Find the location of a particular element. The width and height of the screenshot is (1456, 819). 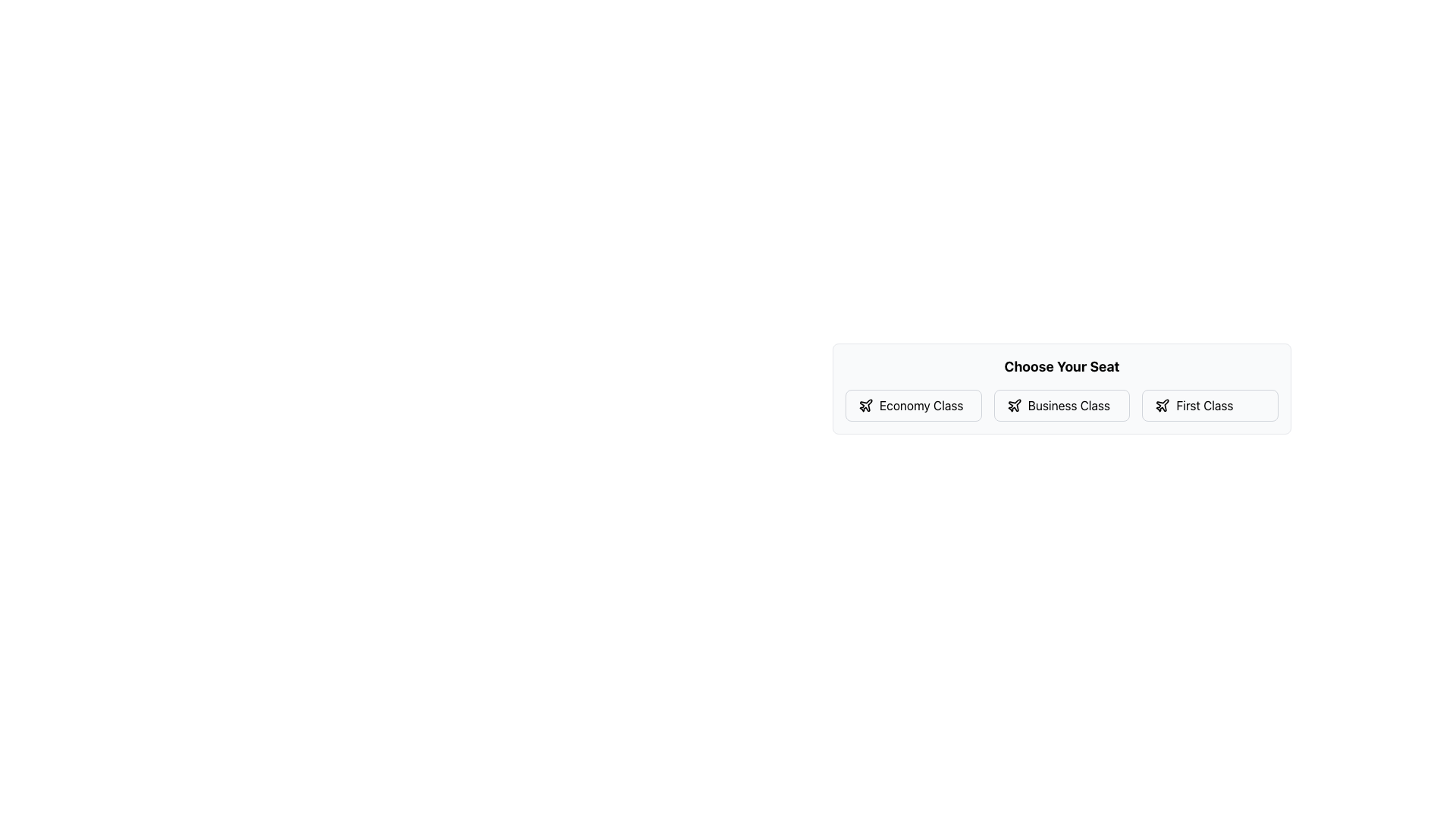

the airplane icon located to the left of the 'Economy Class' text within the button is located at coordinates (866, 405).